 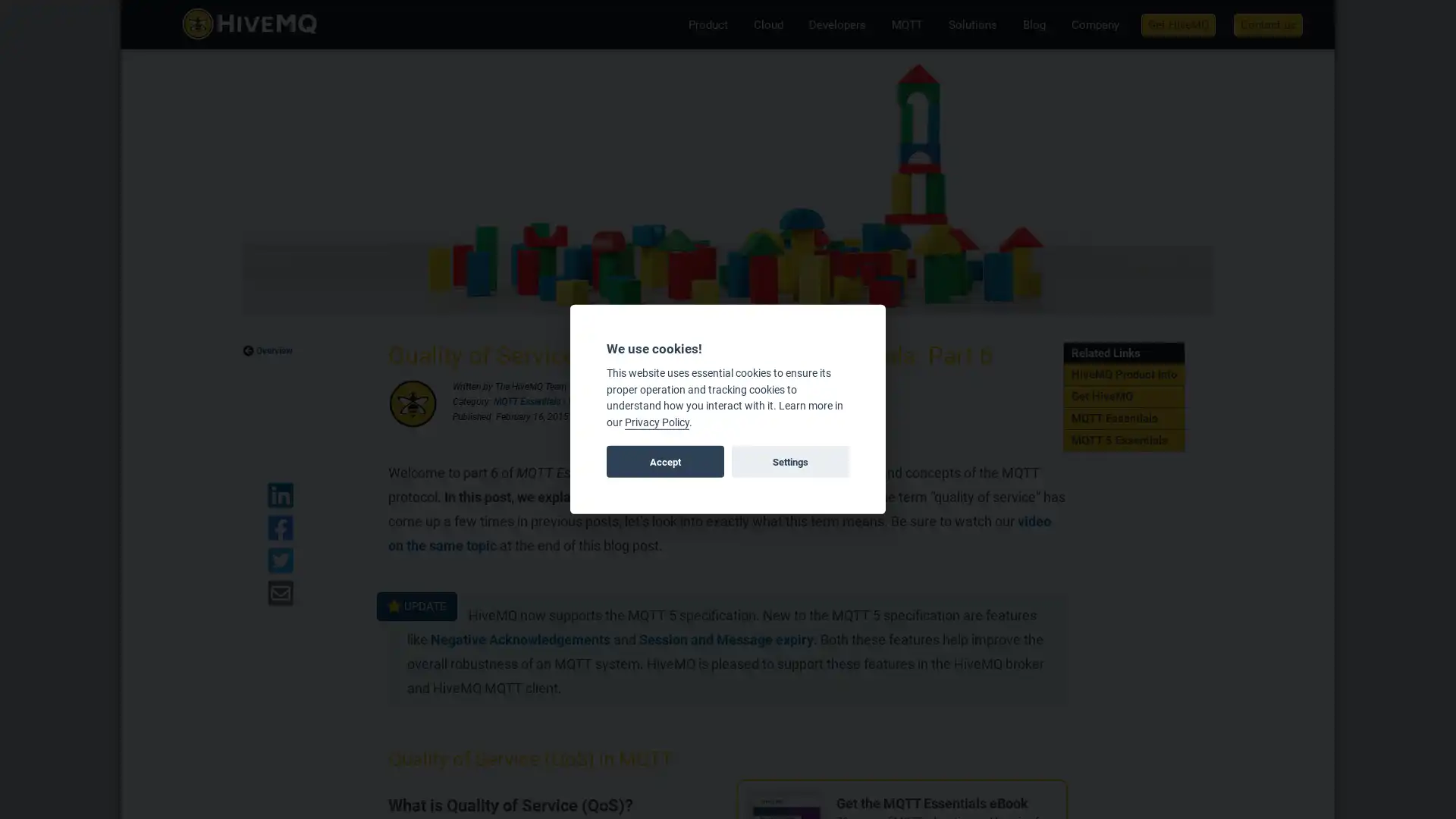 What do you see at coordinates (789, 461) in the screenshot?
I see `Settings` at bounding box center [789, 461].